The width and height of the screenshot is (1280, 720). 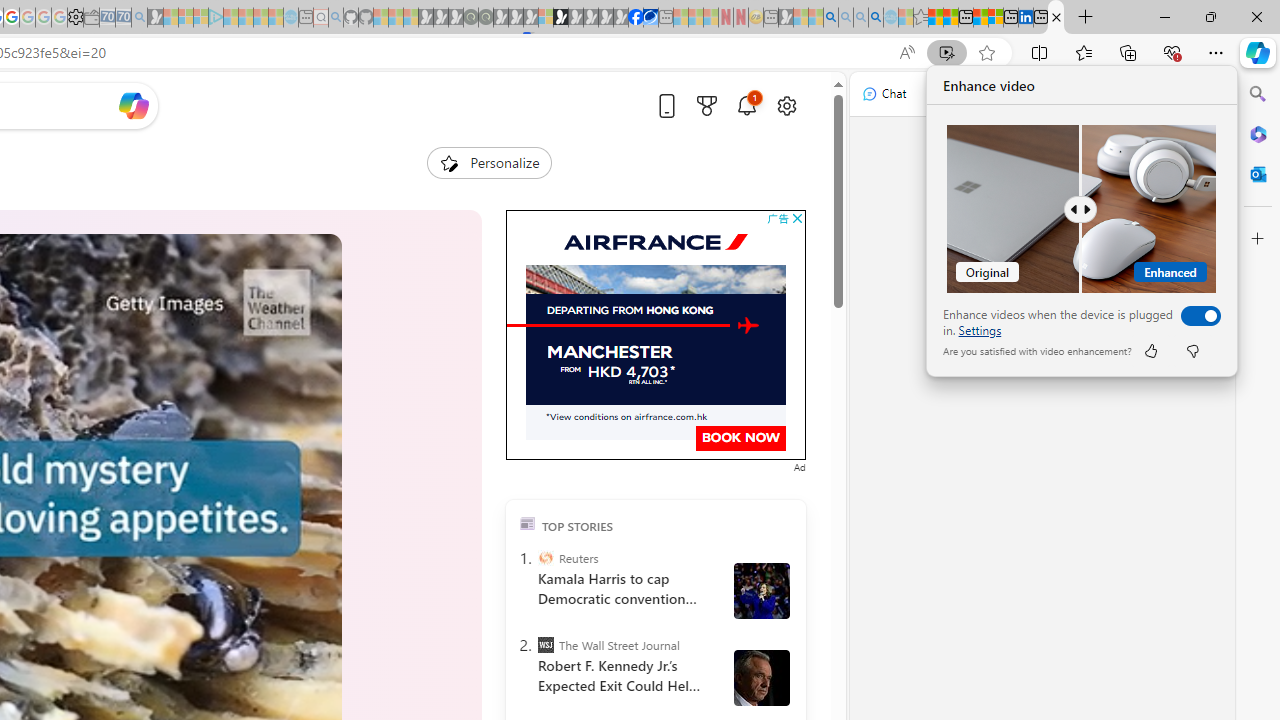 What do you see at coordinates (545, 645) in the screenshot?
I see `'The Wall Street Journal'` at bounding box center [545, 645].